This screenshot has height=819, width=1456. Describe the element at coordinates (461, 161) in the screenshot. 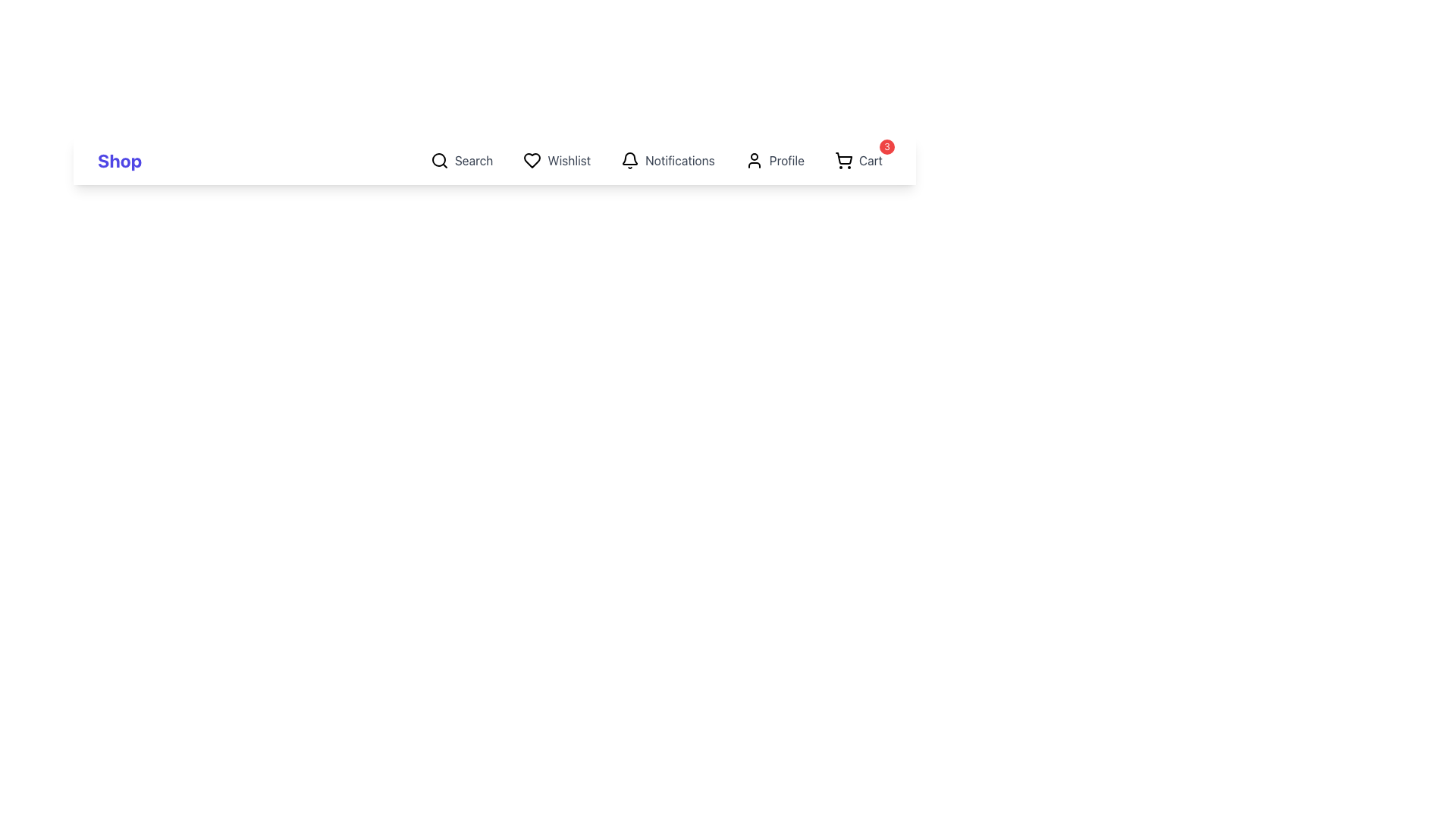

I see `the search button, which features a magnifying glass icon and the text 'Search'` at that location.